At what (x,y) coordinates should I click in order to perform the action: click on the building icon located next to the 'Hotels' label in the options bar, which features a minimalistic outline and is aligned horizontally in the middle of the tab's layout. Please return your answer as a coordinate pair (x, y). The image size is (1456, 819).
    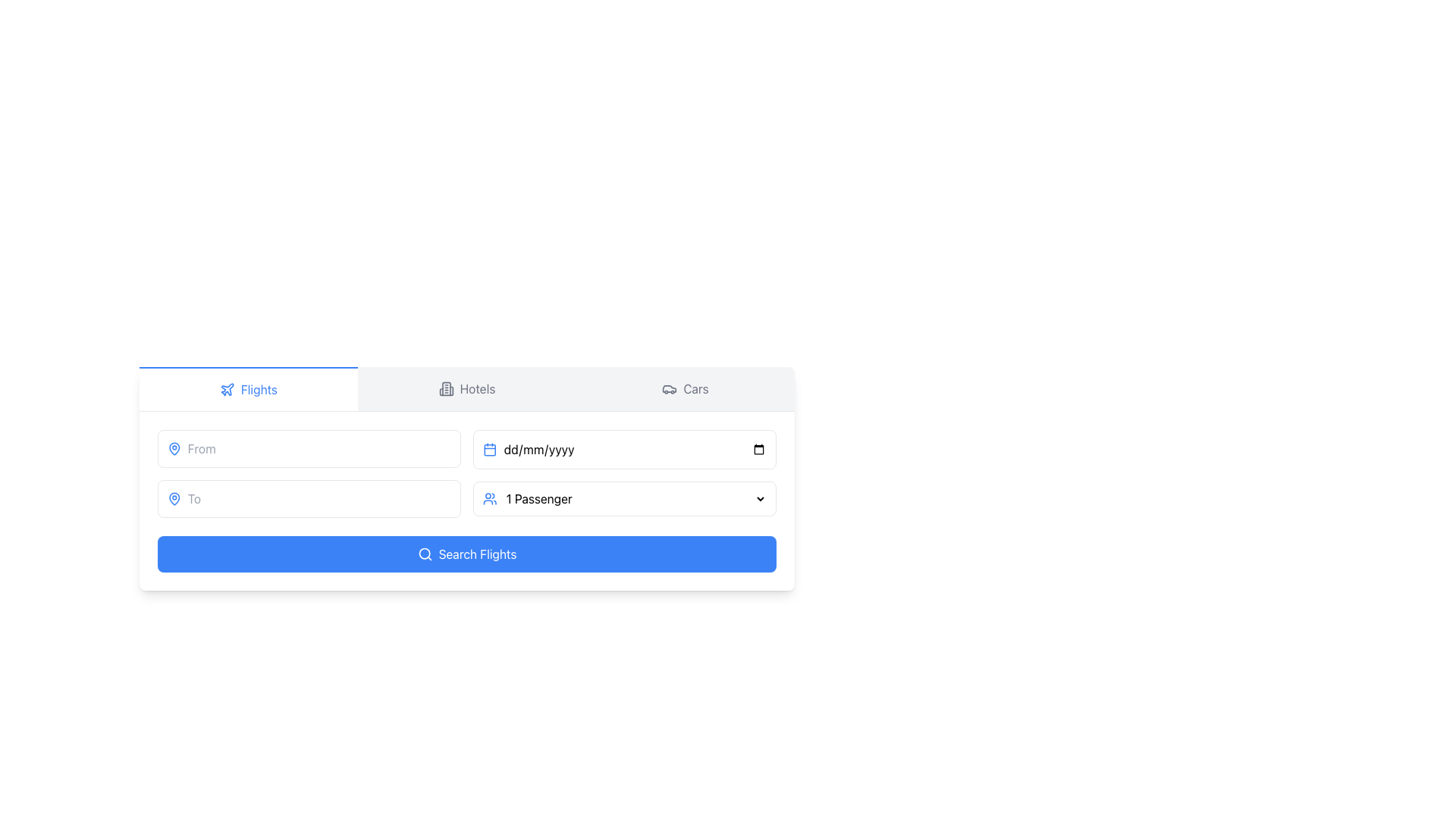
    Looking at the image, I should click on (445, 388).